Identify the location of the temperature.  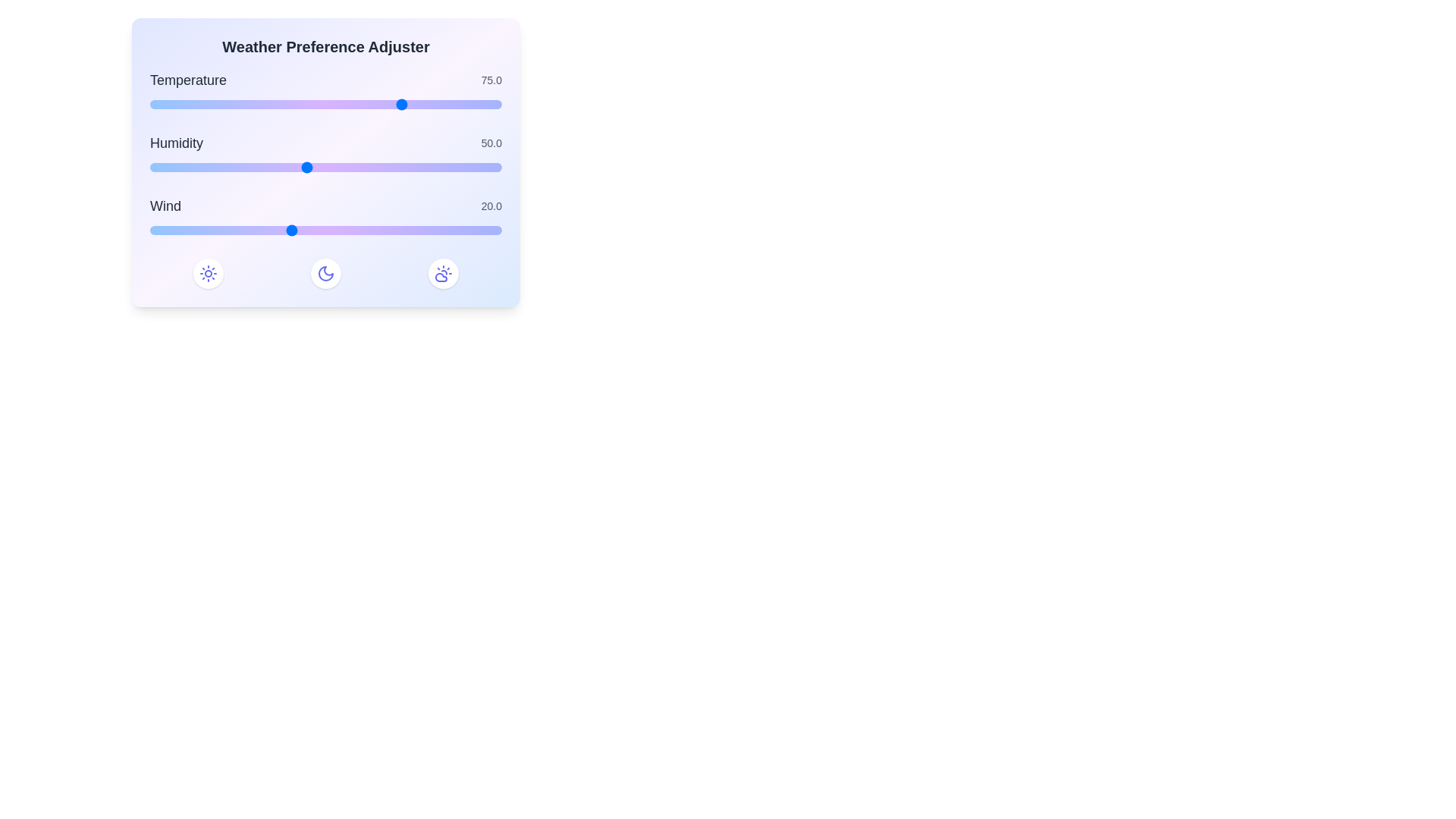
(306, 104).